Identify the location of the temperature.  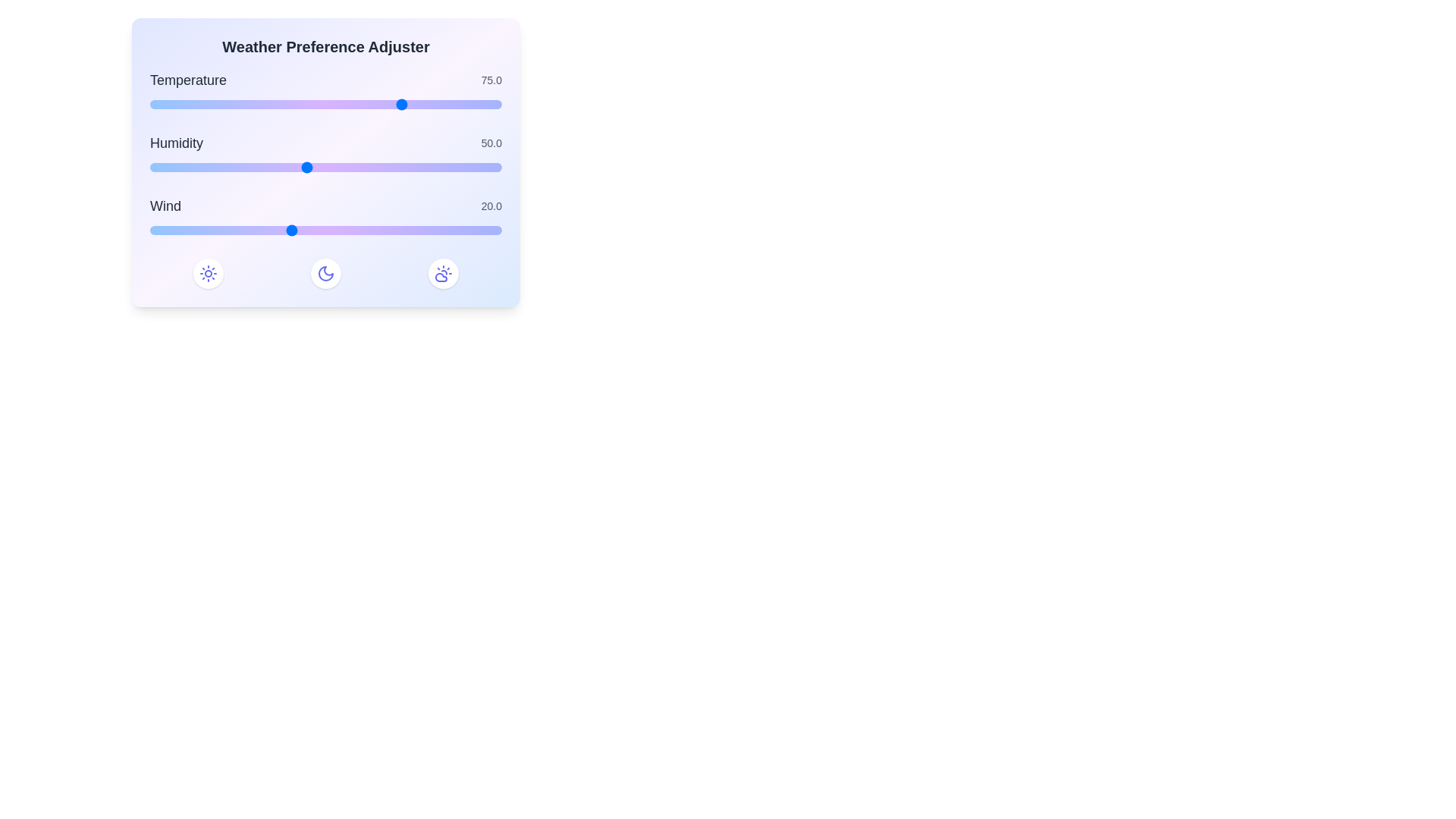
(306, 104).